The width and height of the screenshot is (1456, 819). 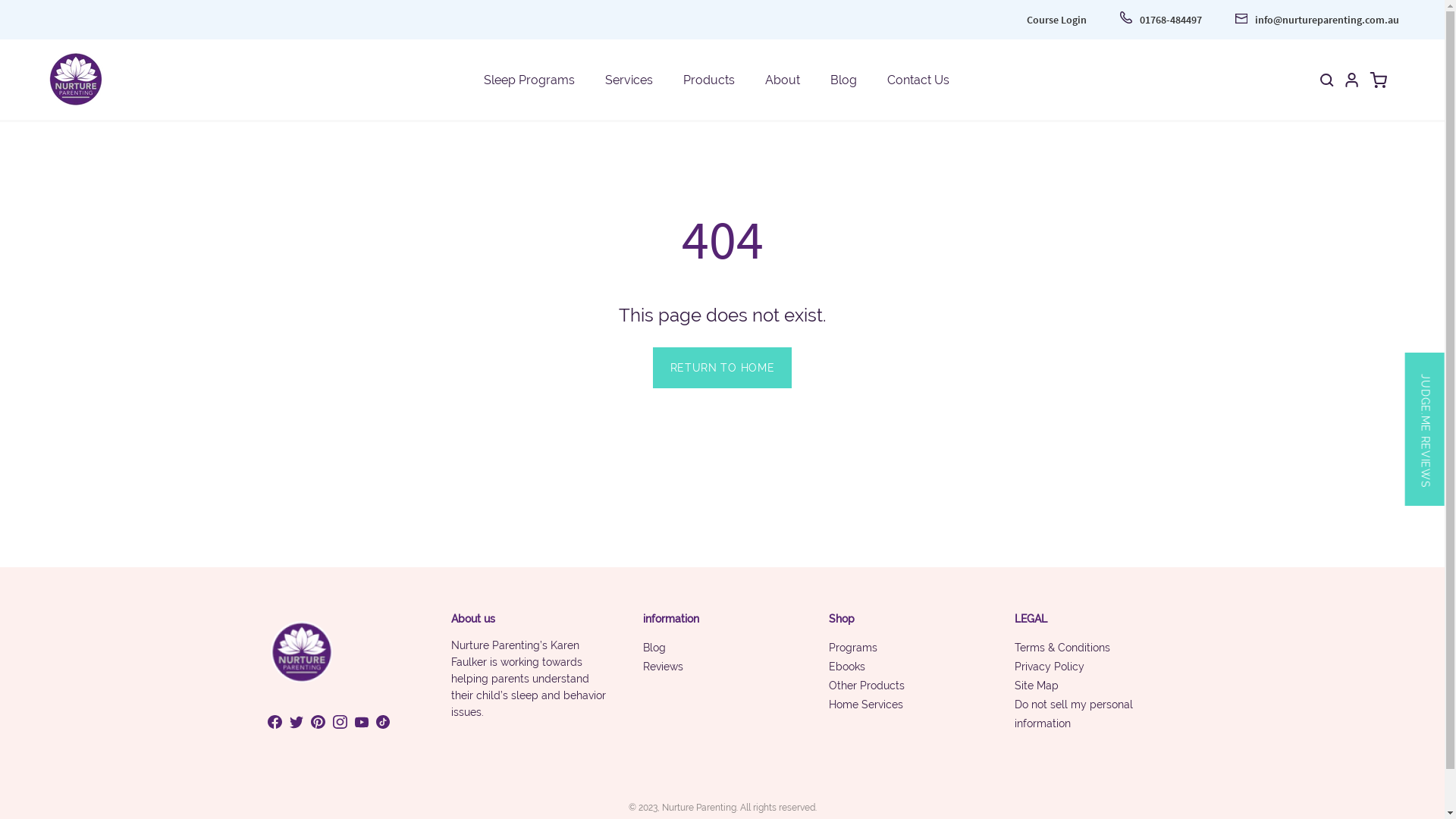 What do you see at coordinates (1073, 714) in the screenshot?
I see `'Do not sell my personal information'` at bounding box center [1073, 714].